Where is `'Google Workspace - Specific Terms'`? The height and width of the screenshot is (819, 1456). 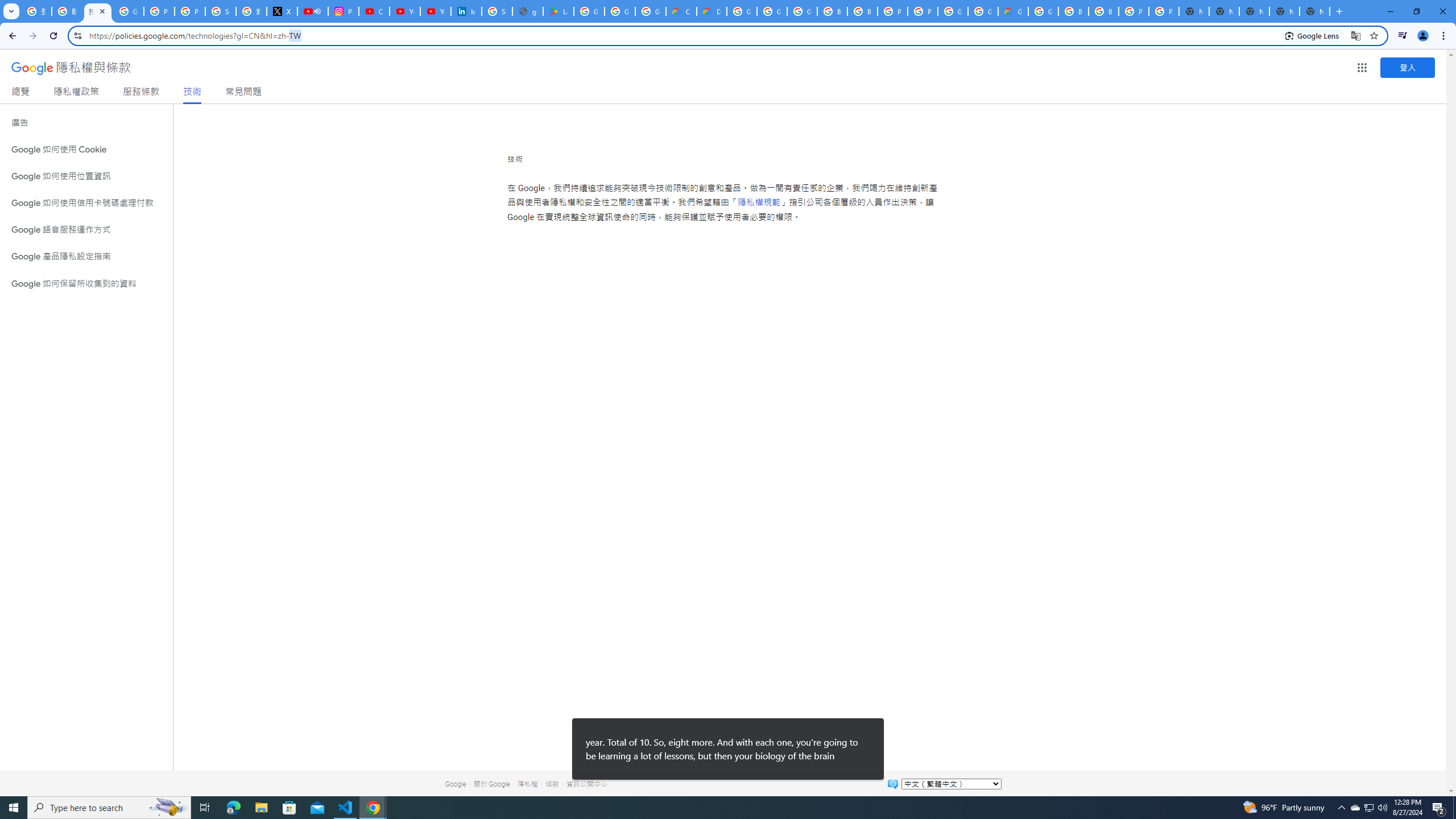
'Google Workspace - Specific Terms' is located at coordinates (619, 11).